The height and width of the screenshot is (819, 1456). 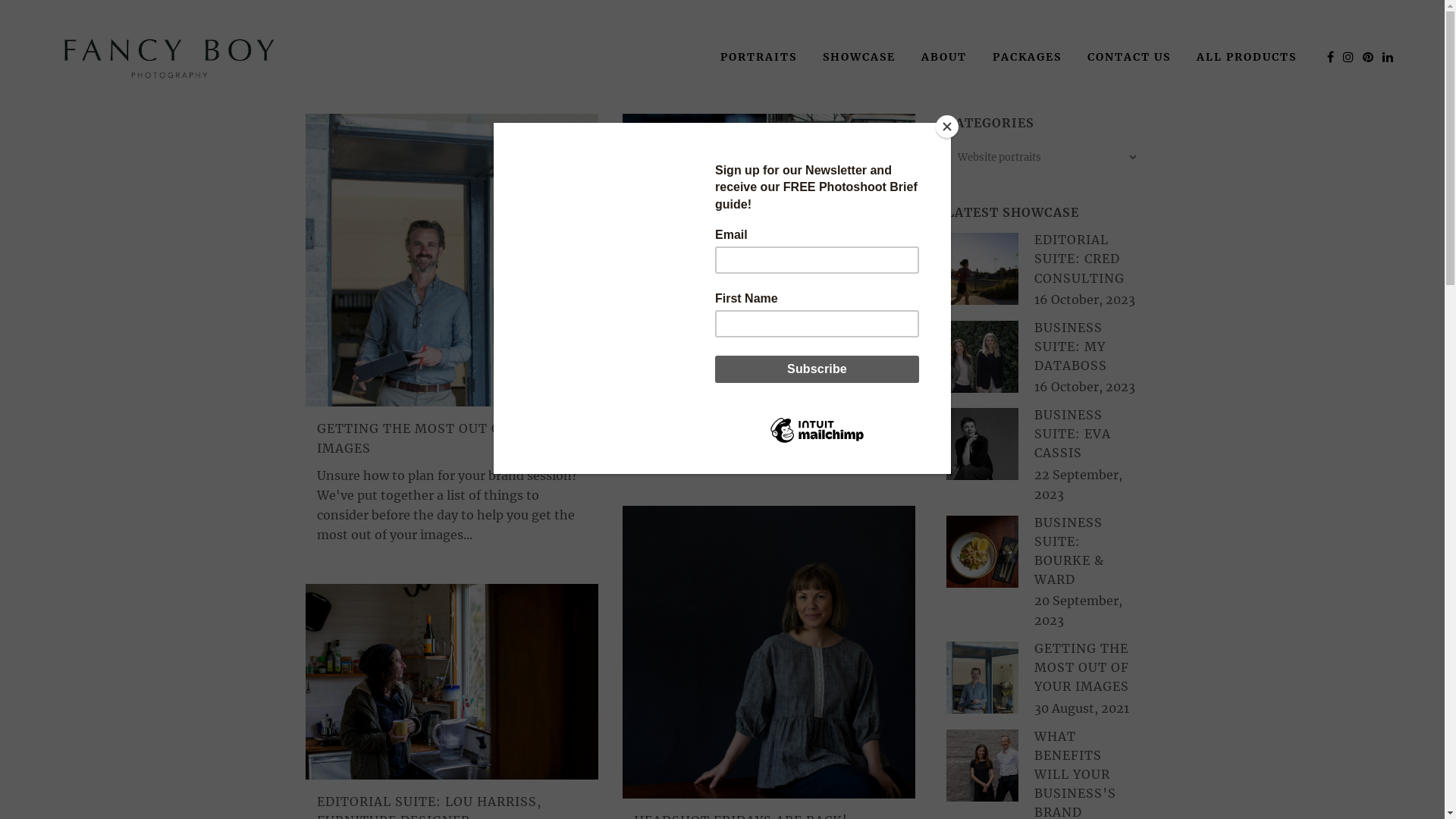 What do you see at coordinates (767, 651) in the screenshot?
I see `'Headshot friDays are back!'` at bounding box center [767, 651].